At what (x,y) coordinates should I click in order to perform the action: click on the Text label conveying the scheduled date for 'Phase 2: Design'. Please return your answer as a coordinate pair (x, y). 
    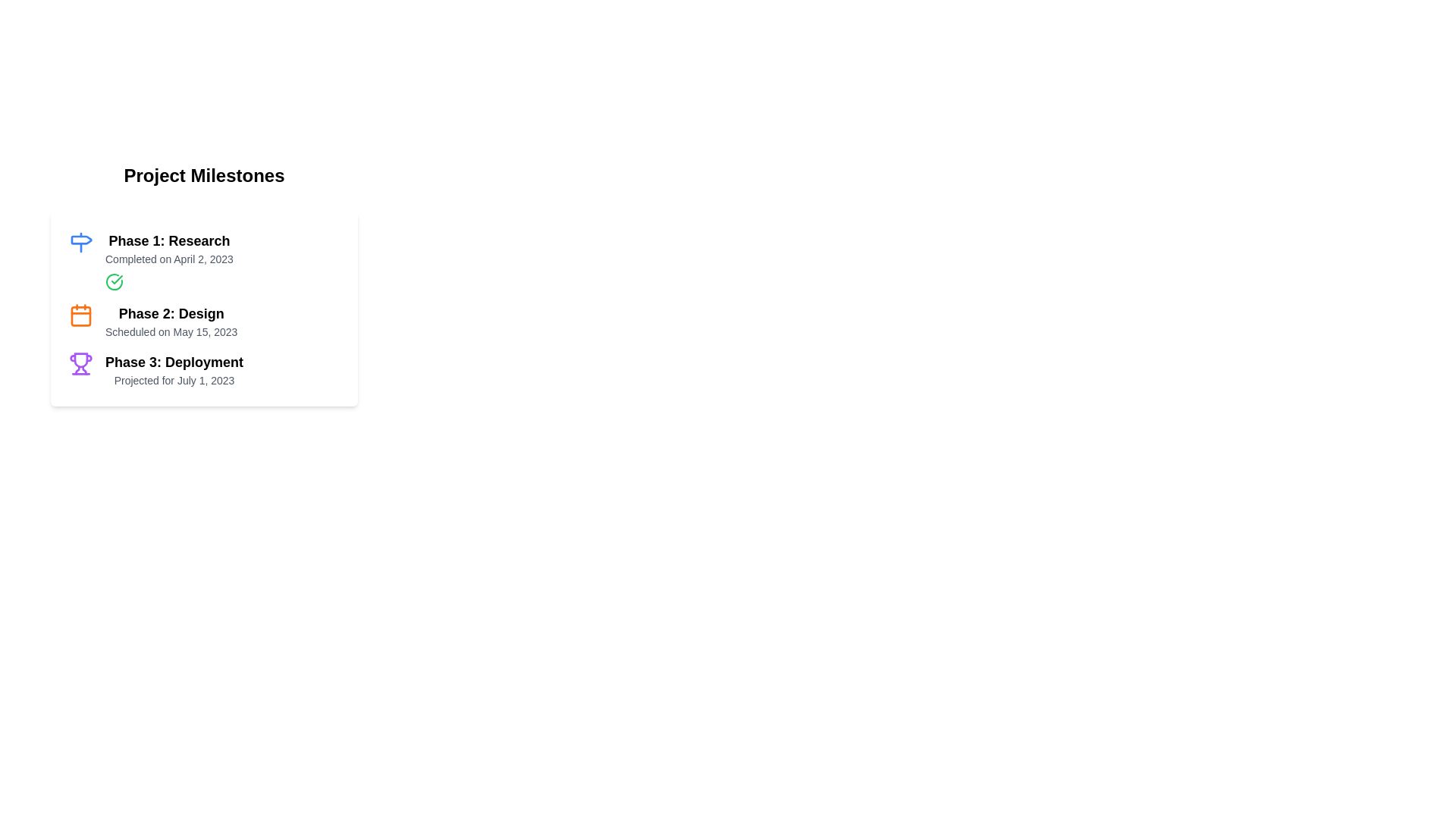
    Looking at the image, I should click on (171, 331).